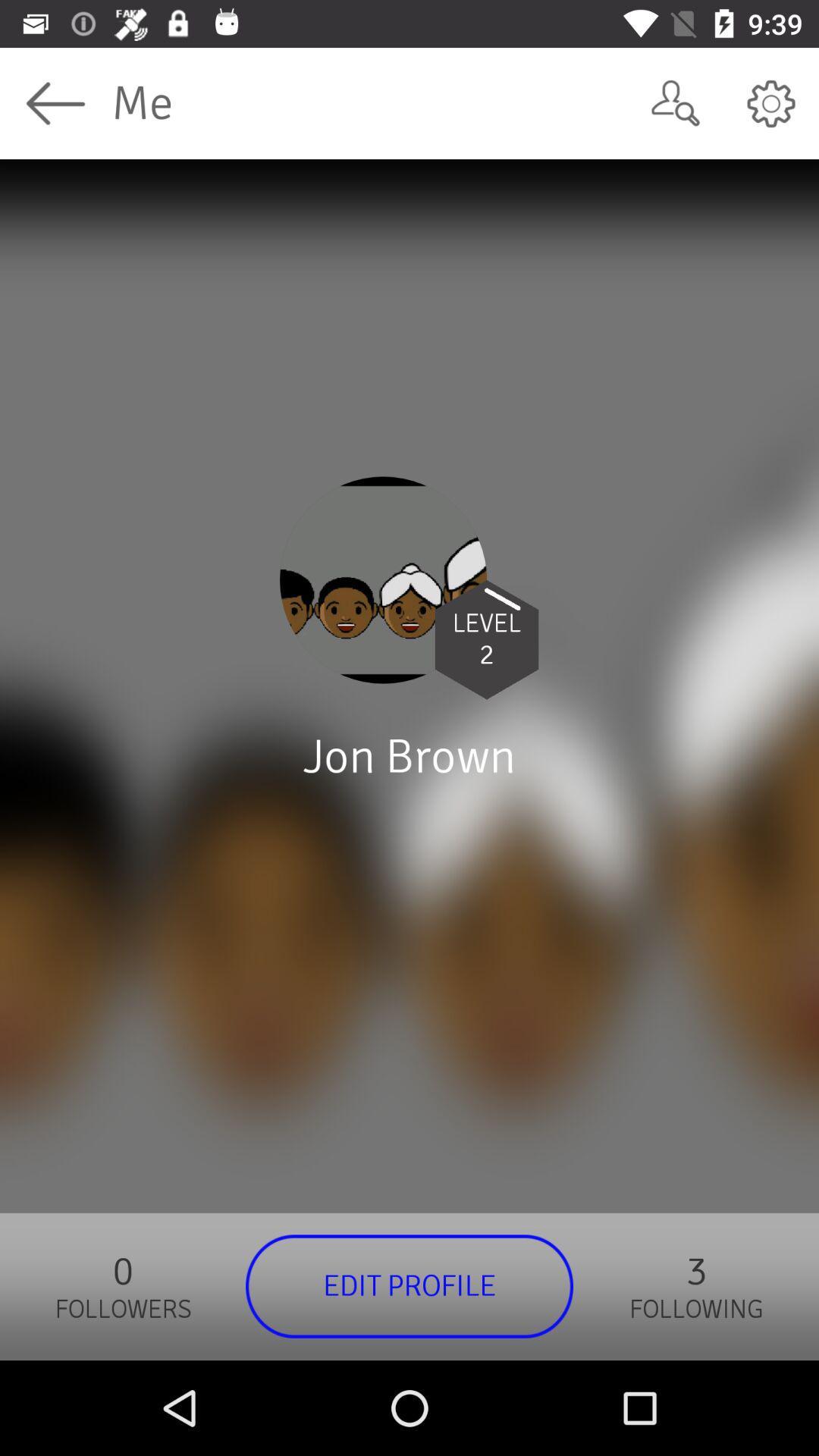 The height and width of the screenshot is (1456, 819). I want to click on app next to the 3 item, so click(409, 1285).